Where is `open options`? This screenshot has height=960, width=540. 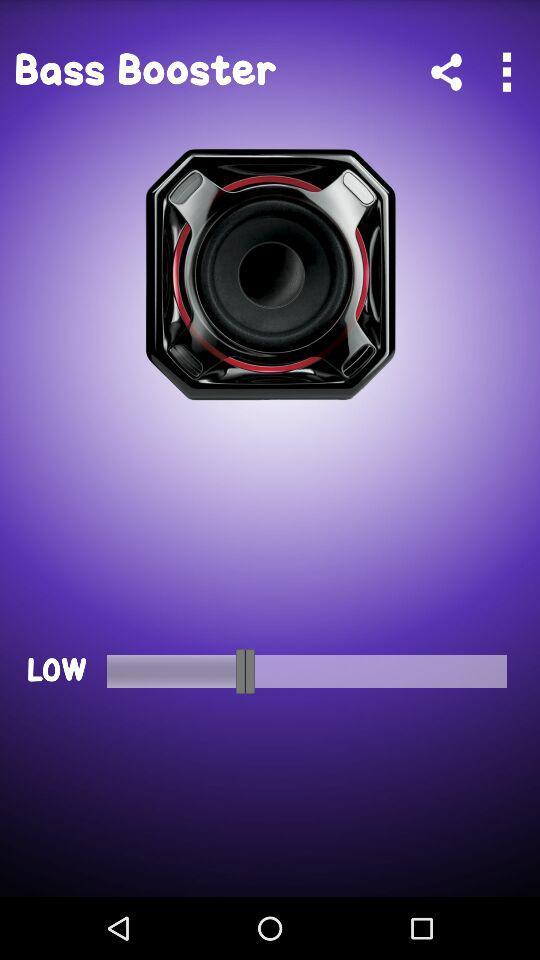 open options is located at coordinates (505, 72).